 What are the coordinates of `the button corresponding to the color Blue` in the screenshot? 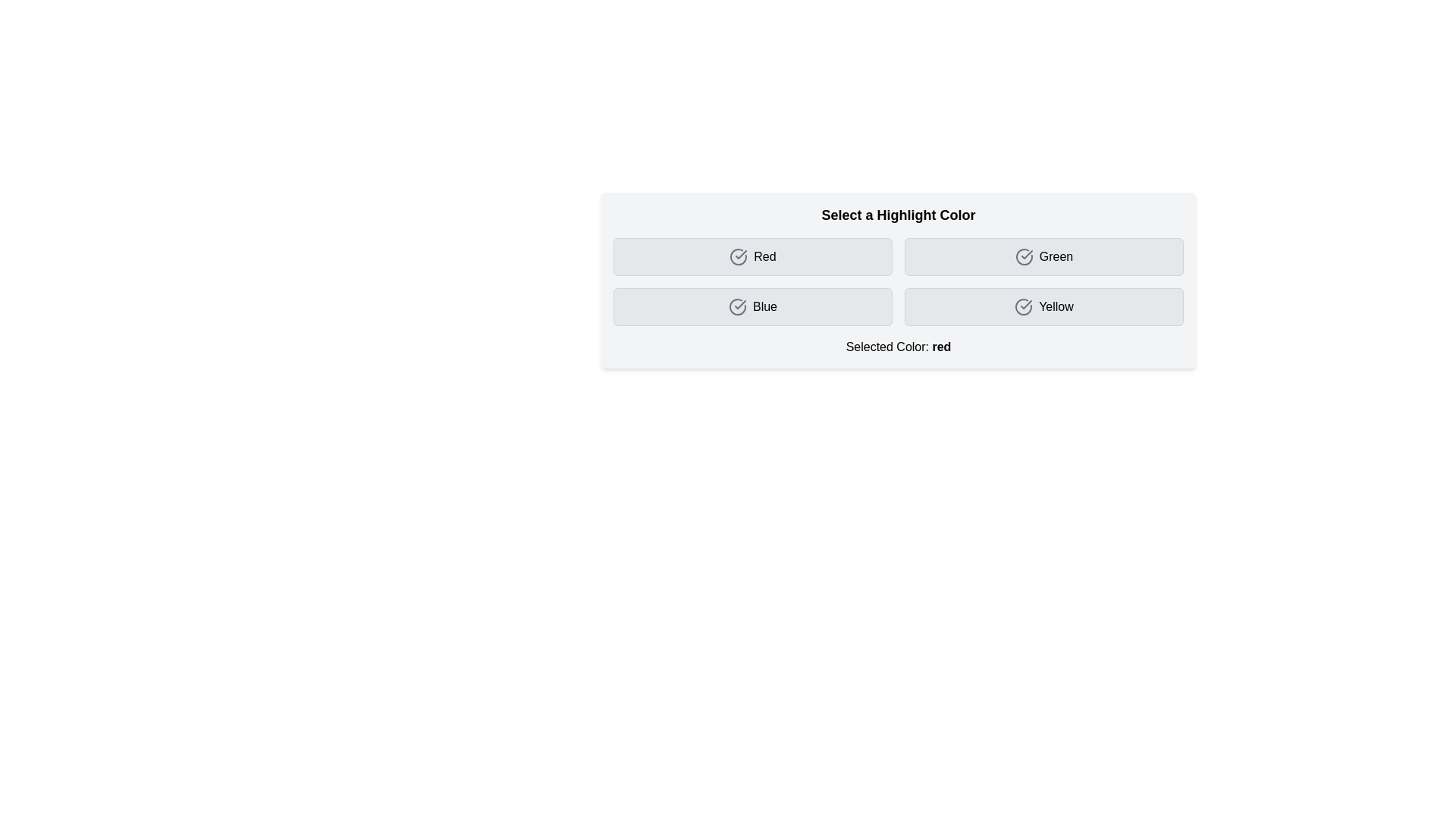 It's located at (753, 307).